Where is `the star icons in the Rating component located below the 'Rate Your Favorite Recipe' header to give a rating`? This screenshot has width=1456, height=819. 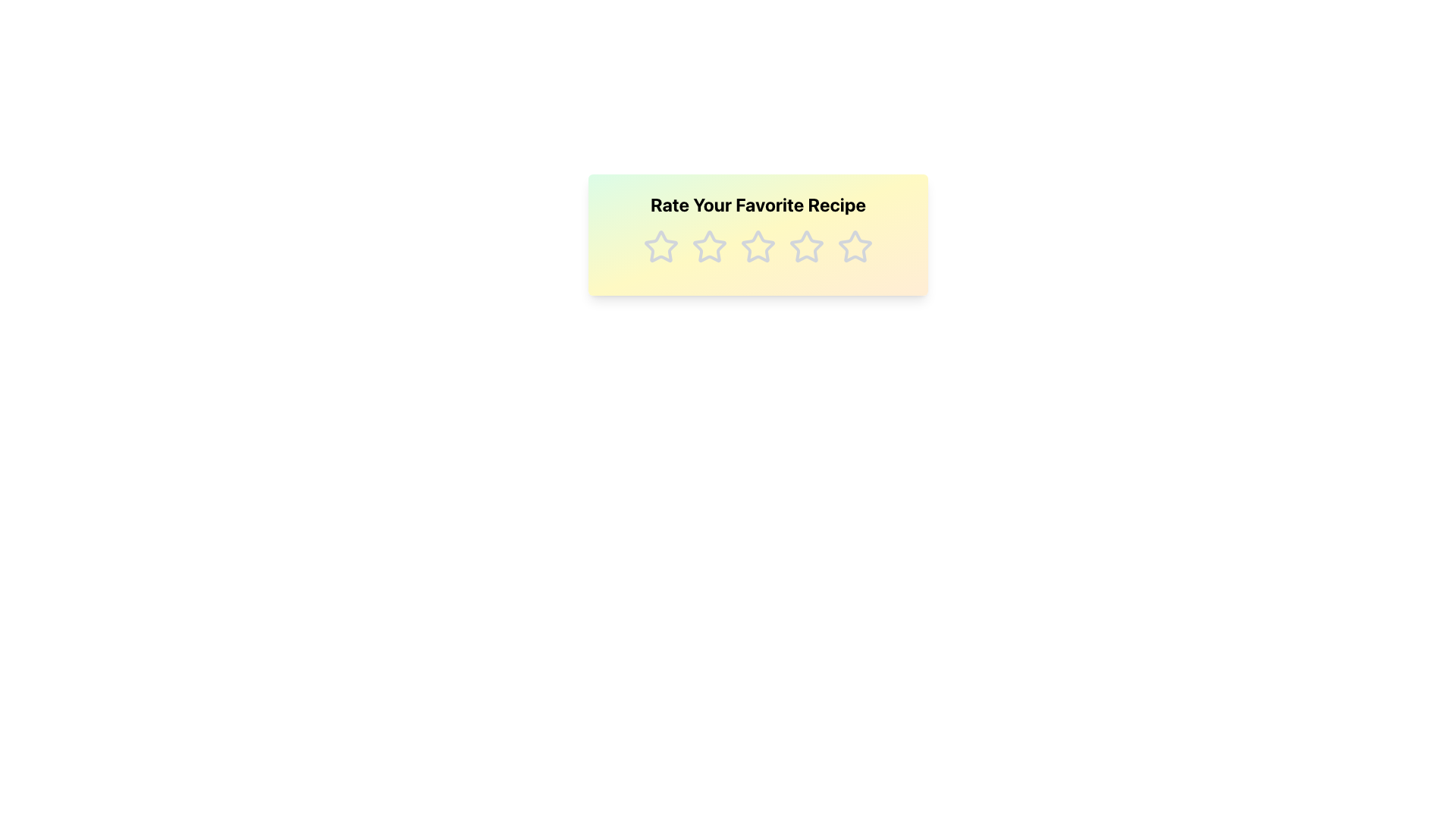 the star icons in the Rating component located below the 'Rate Your Favorite Recipe' header to give a rating is located at coordinates (758, 246).